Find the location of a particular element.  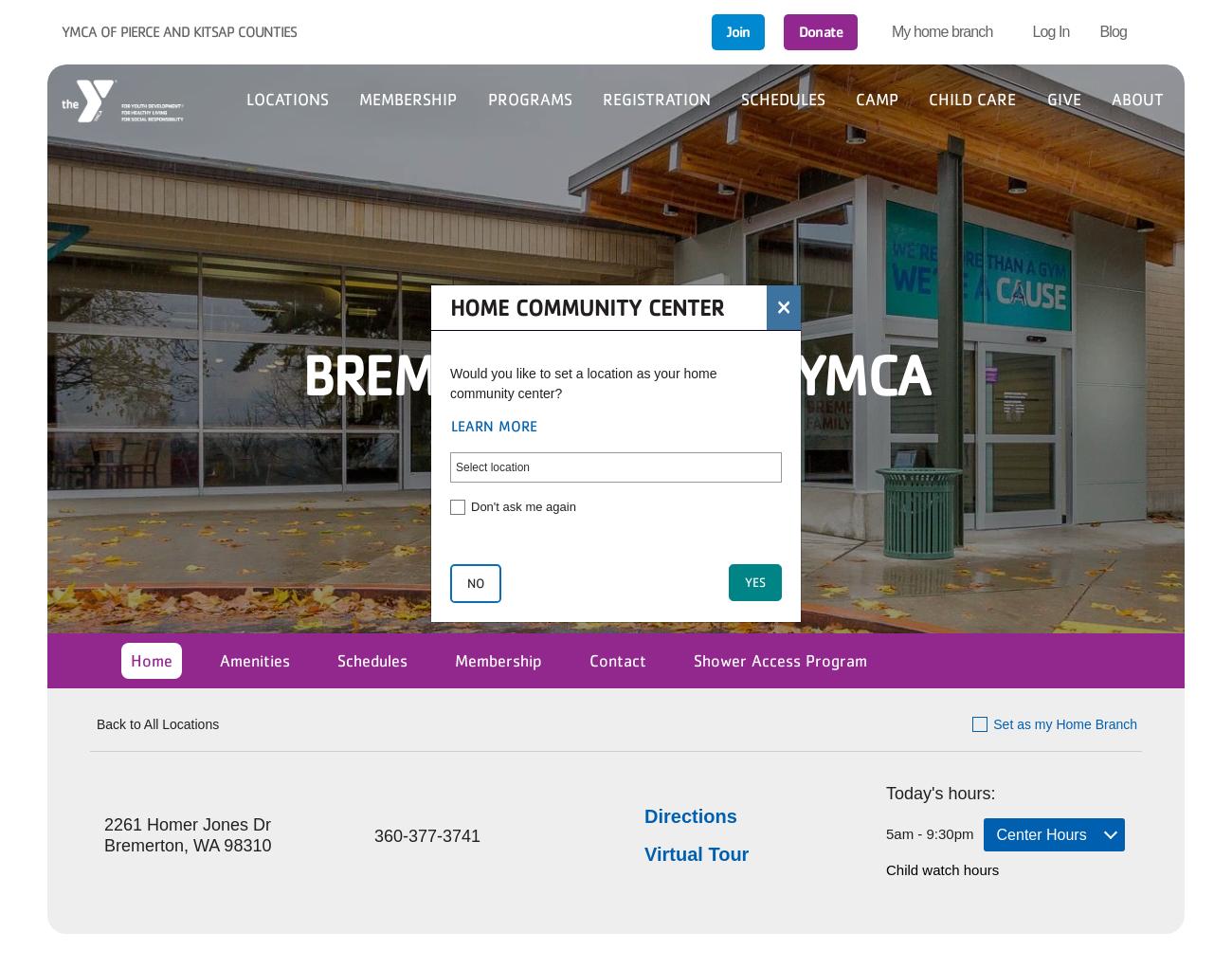

'Back to All Locations' is located at coordinates (97, 722).